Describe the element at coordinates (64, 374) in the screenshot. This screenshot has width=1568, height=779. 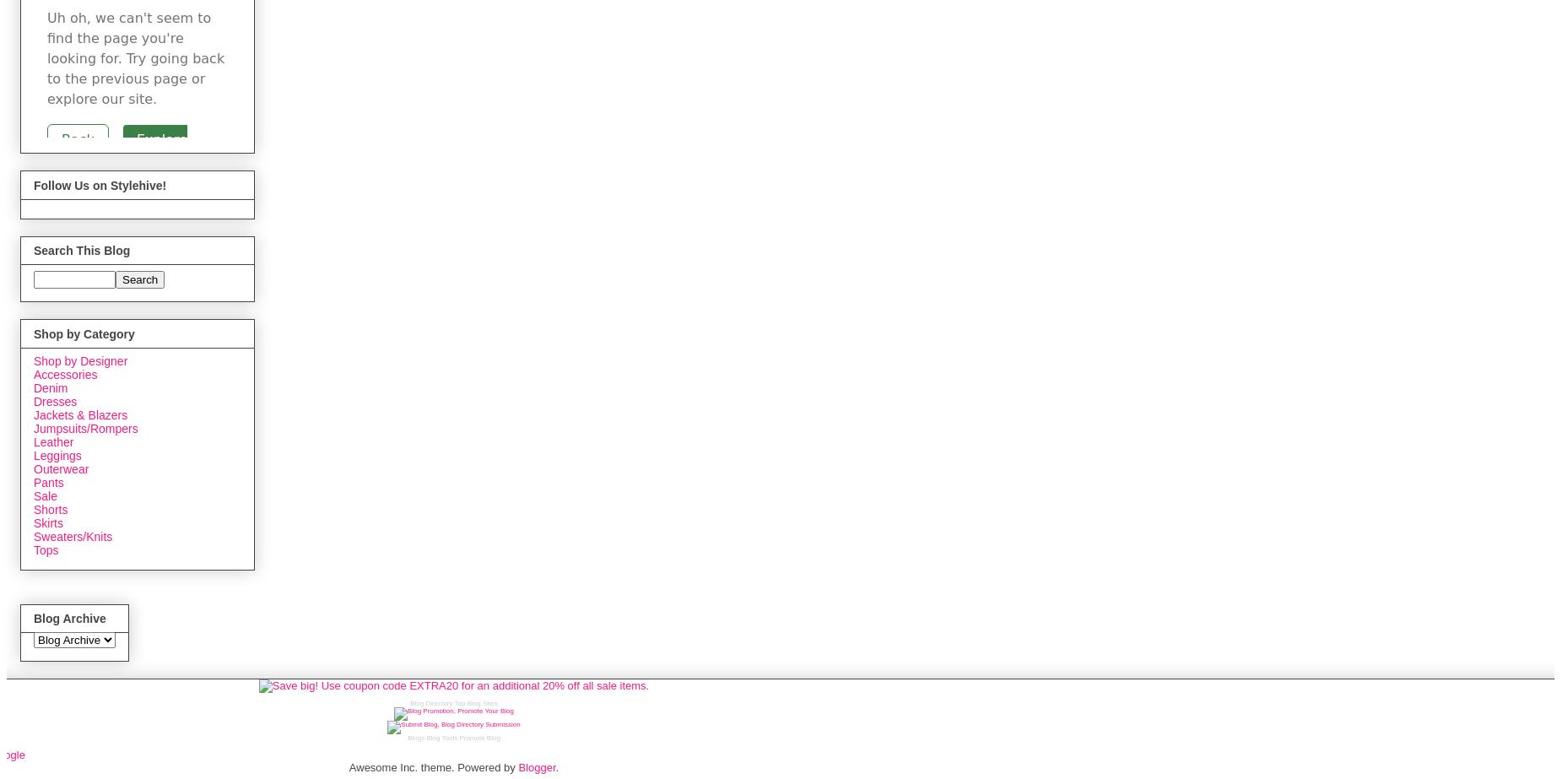
I see `'Accessories'` at that location.